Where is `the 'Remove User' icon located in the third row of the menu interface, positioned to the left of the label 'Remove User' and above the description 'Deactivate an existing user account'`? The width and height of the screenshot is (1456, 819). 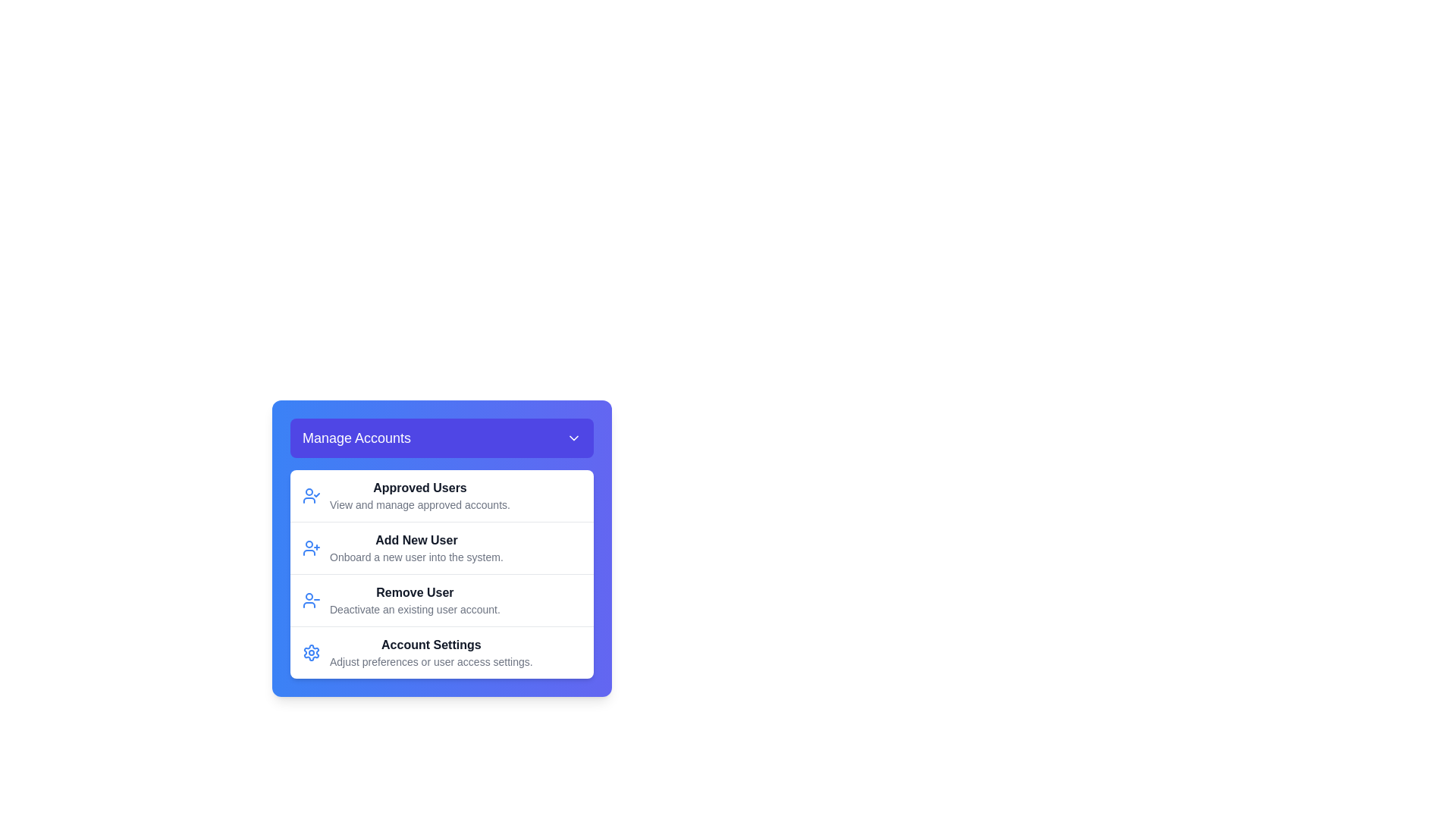 the 'Remove User' icon located in the third row of the menu interface, positioned to the left of the label 'Remove User' and above the description 'Deactivate an existing user account' is located at coordinates (311, 599).